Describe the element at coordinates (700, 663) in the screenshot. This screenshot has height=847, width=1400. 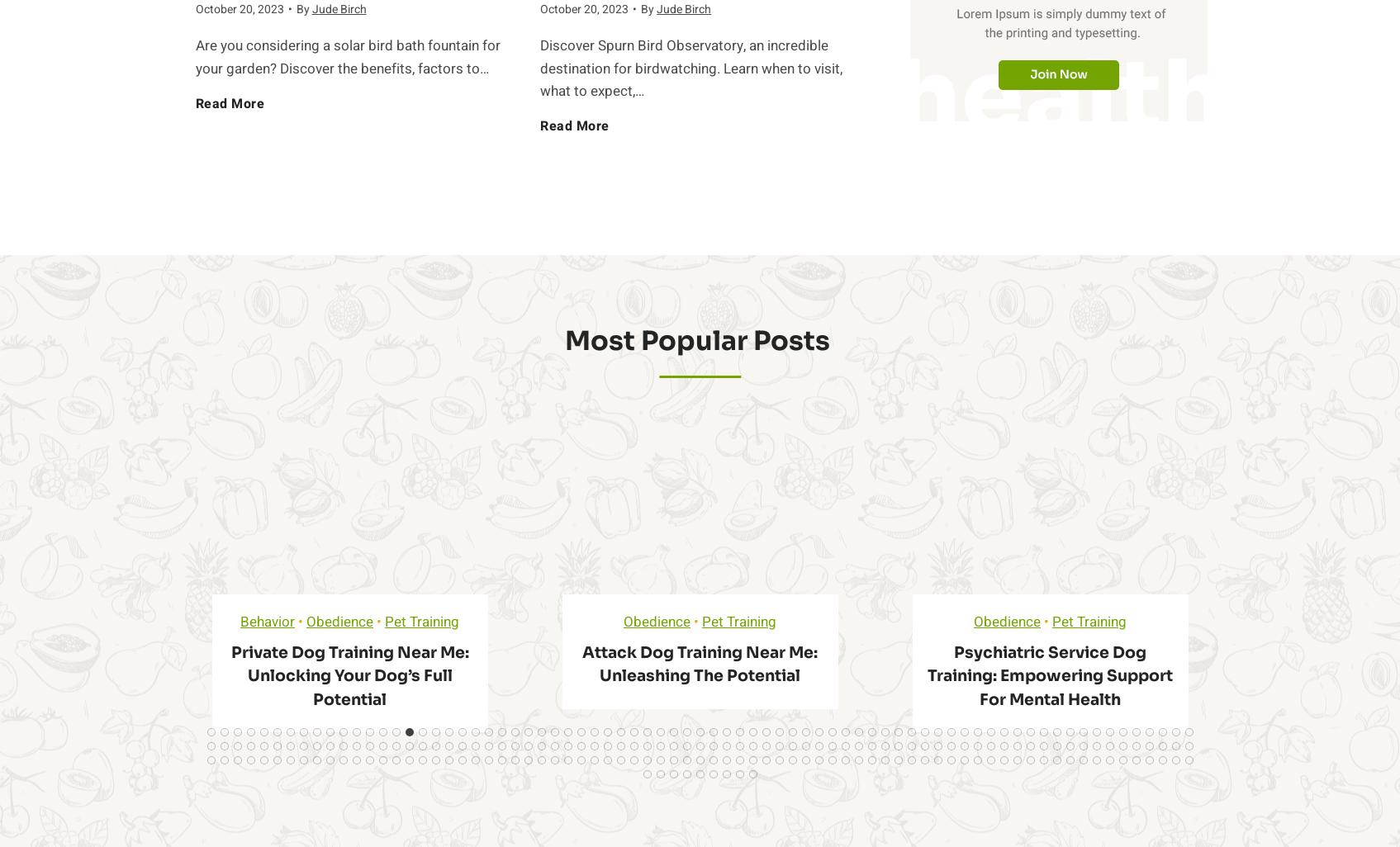
I see `'Attack Dog Training near me: Unleashing the Potential'` at that location.